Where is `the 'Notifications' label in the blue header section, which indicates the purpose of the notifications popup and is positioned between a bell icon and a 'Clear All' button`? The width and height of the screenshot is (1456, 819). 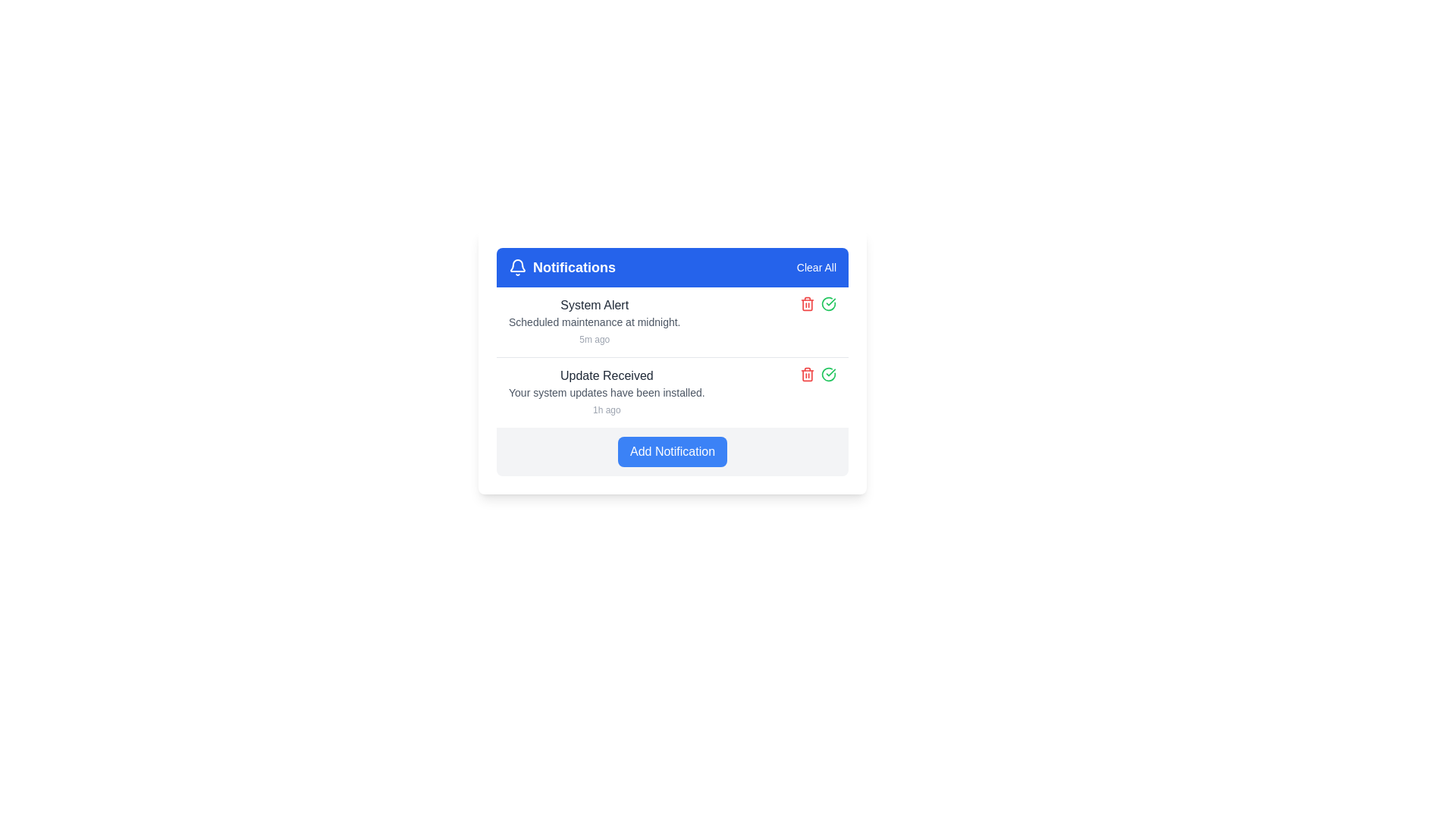
the 'Notifications' label in the blue header section, which indicates the purpose of the notifications popup and is positioned between a bell icon and a 'Clear All' button is located at coordinates (573, 267).